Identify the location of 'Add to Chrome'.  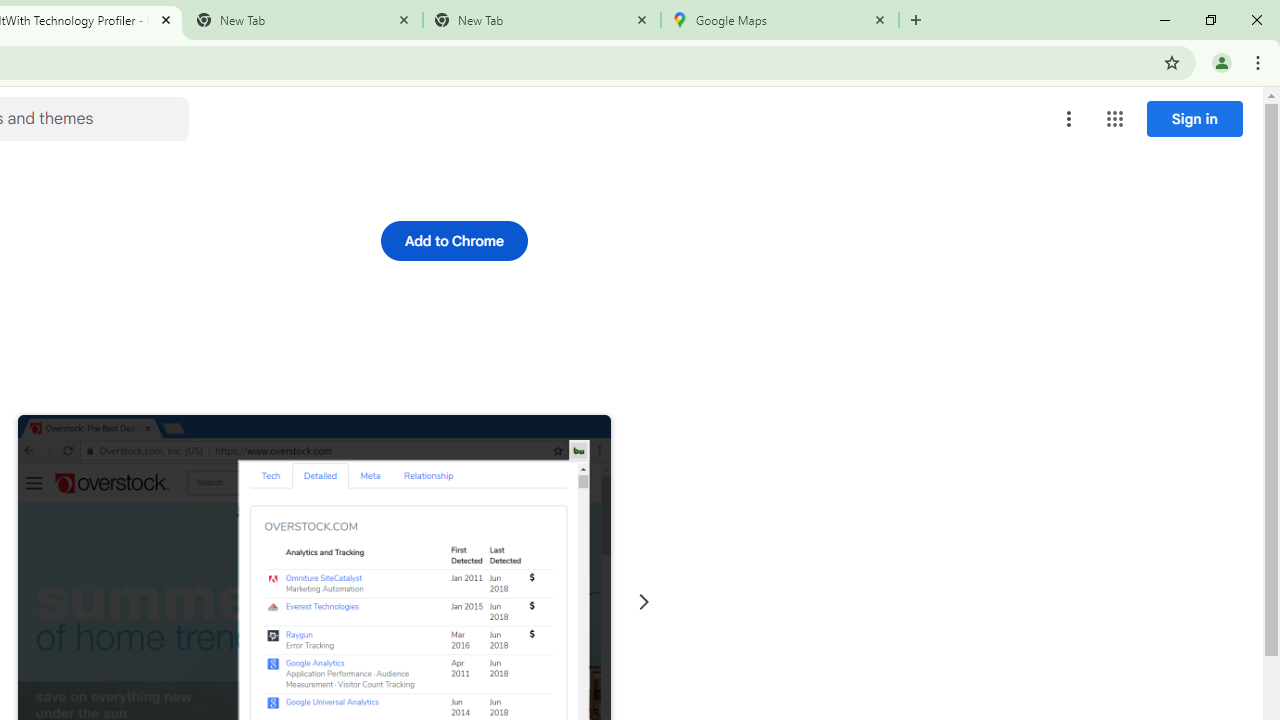
(452, 239).